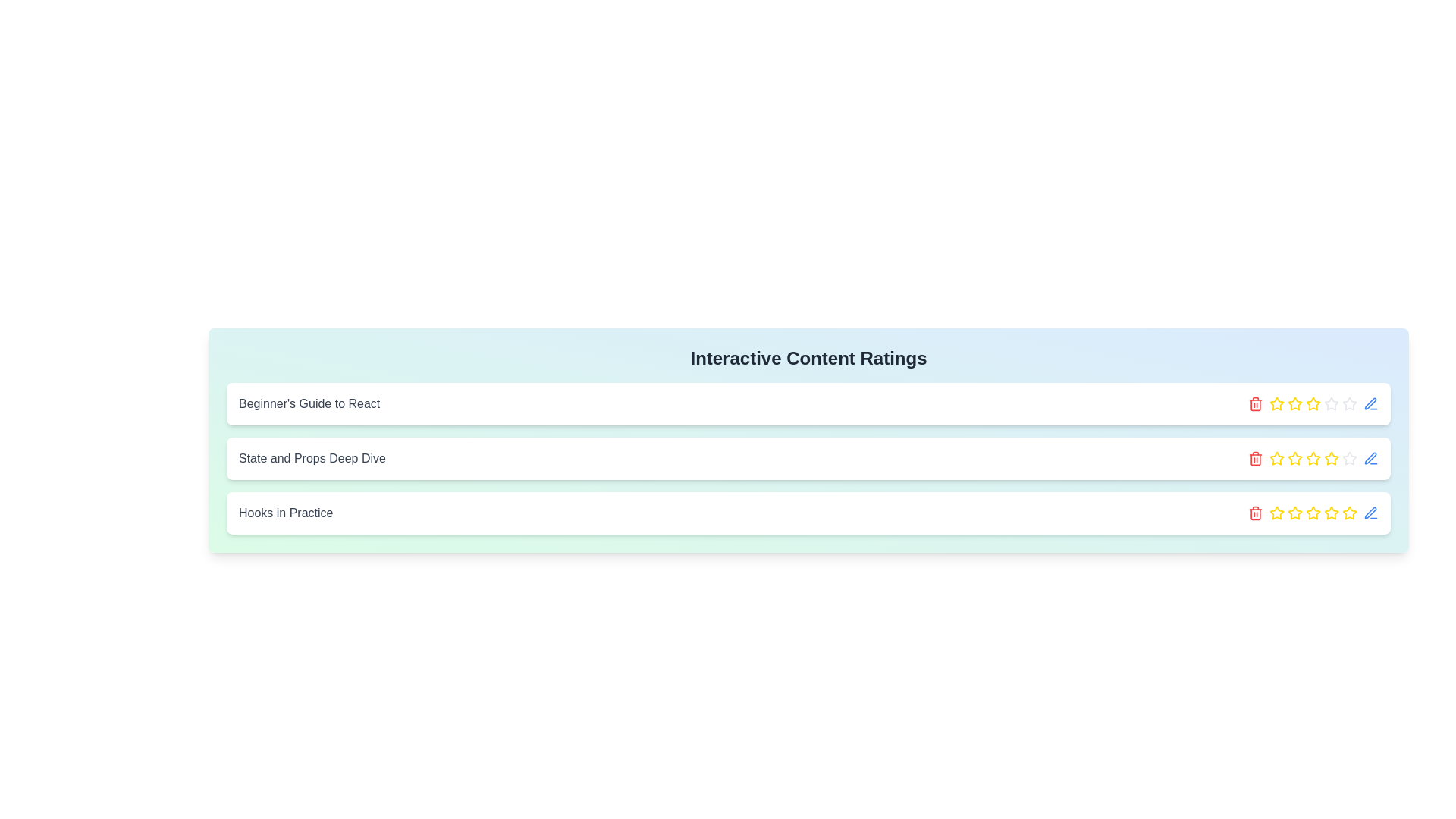 This screenshot has height=819, width=1456. I want to click on the blue pen icon button, located, so click(1371, 513).